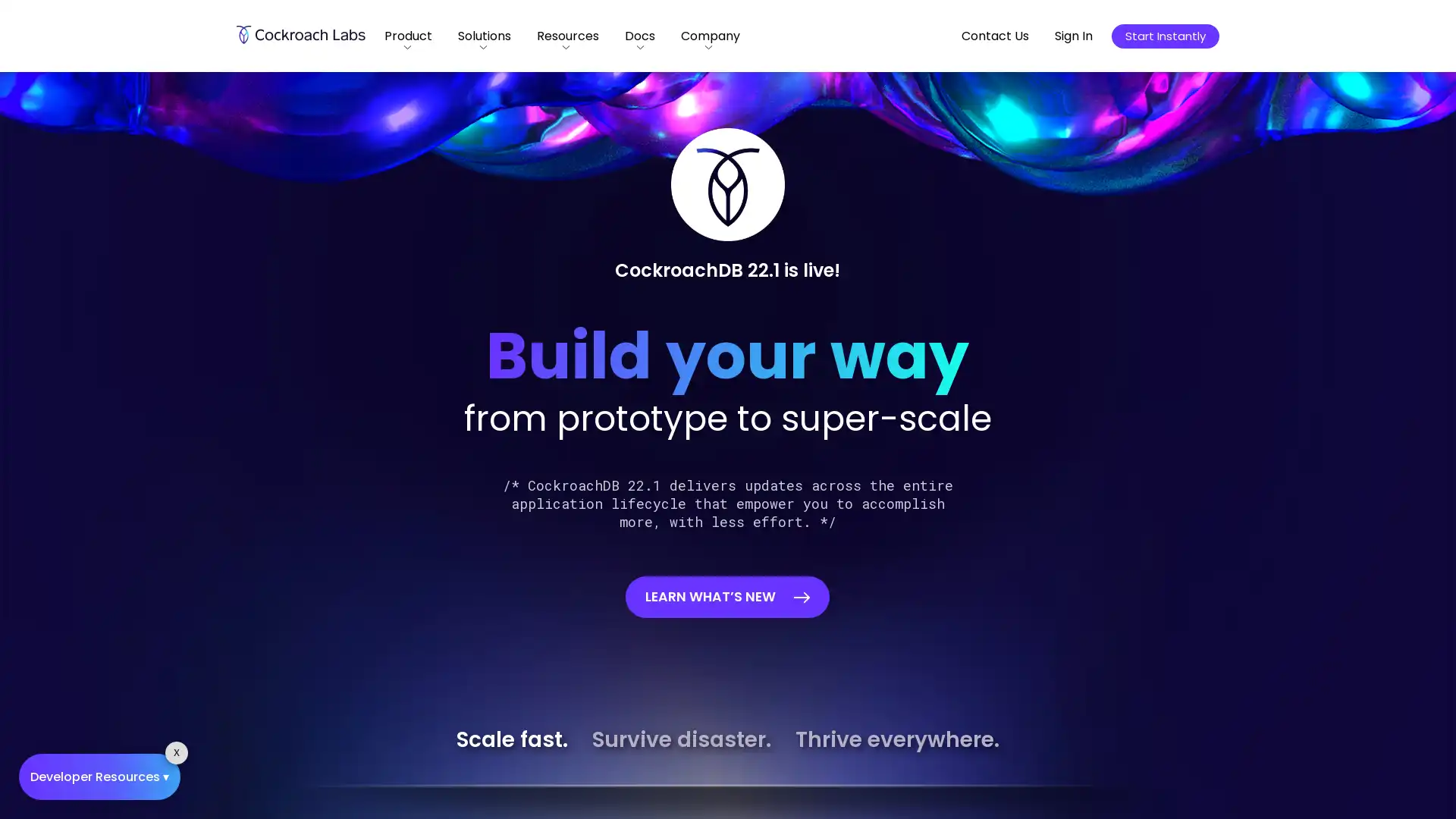 This screenshot has width=1456, height=819. I want to click on Contact Us, so click(995, 35).